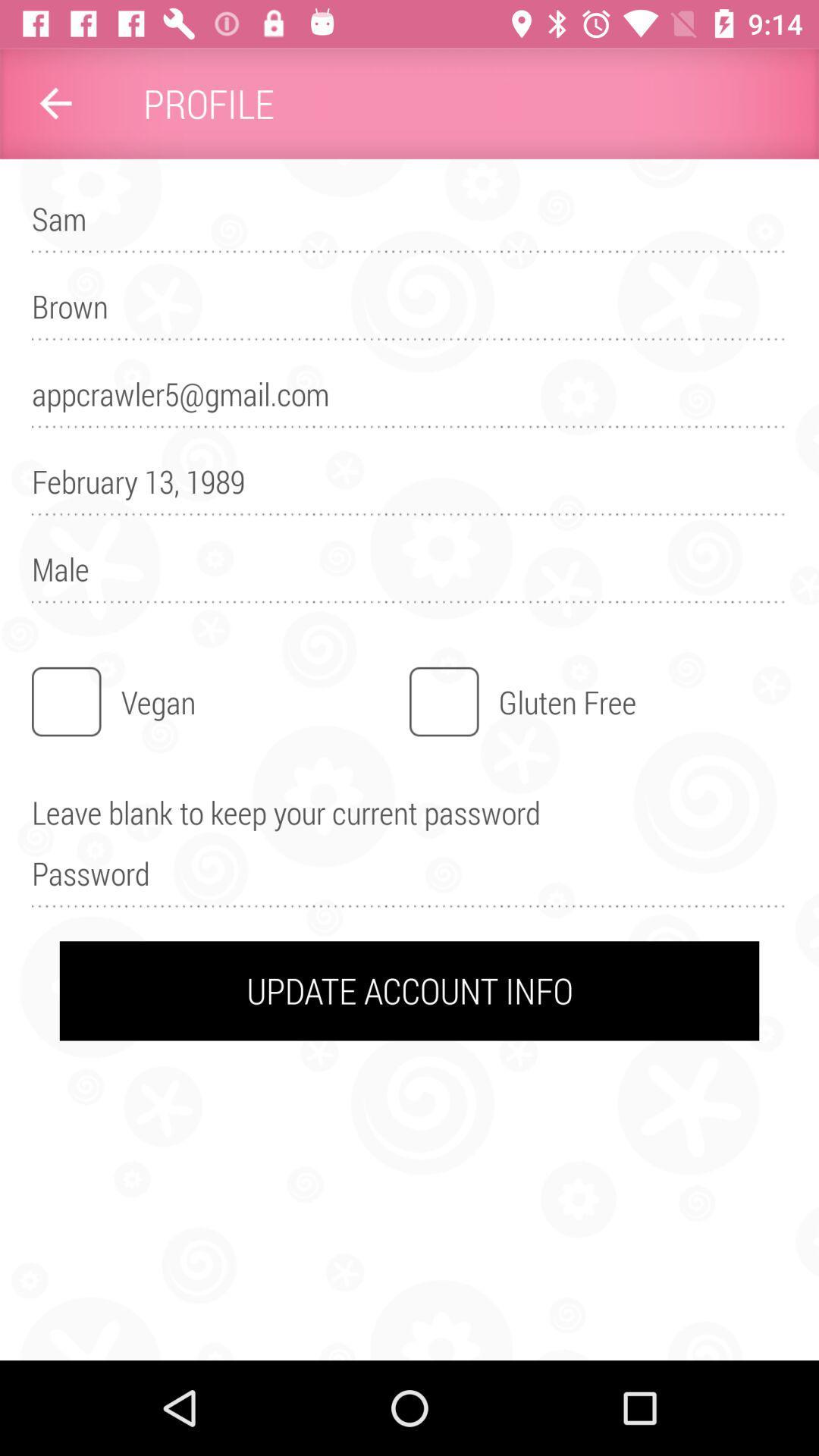 The image size is (819, 1456). Describe the element at coordinates (409, 401) in the screenshot. I see `the appcrawler5@gmail.com item` at that location.